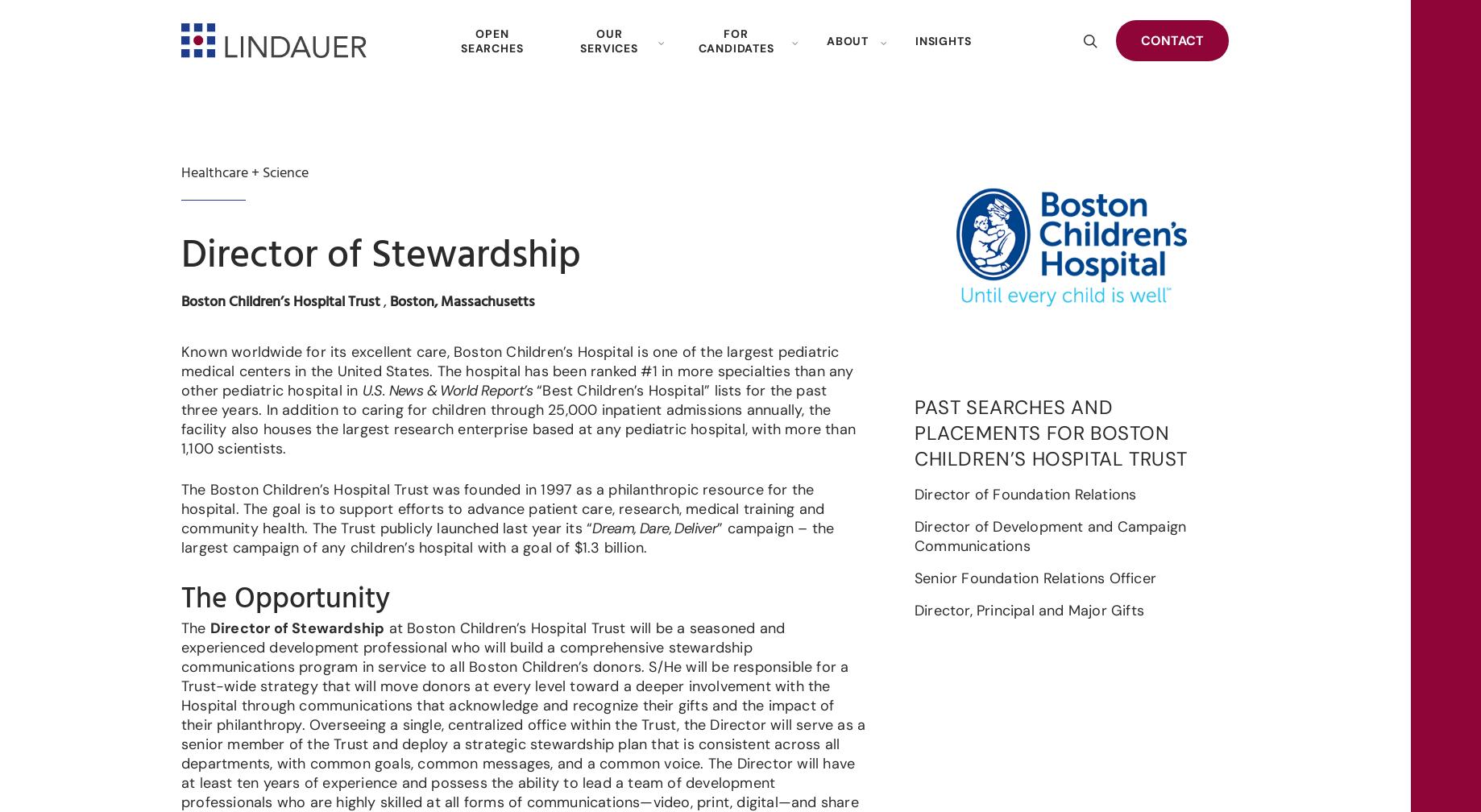  What do you see at coordinates (244, 172) in the screenshot?
I see `'Healthcare + Science'` at bounding box center [244, 172].